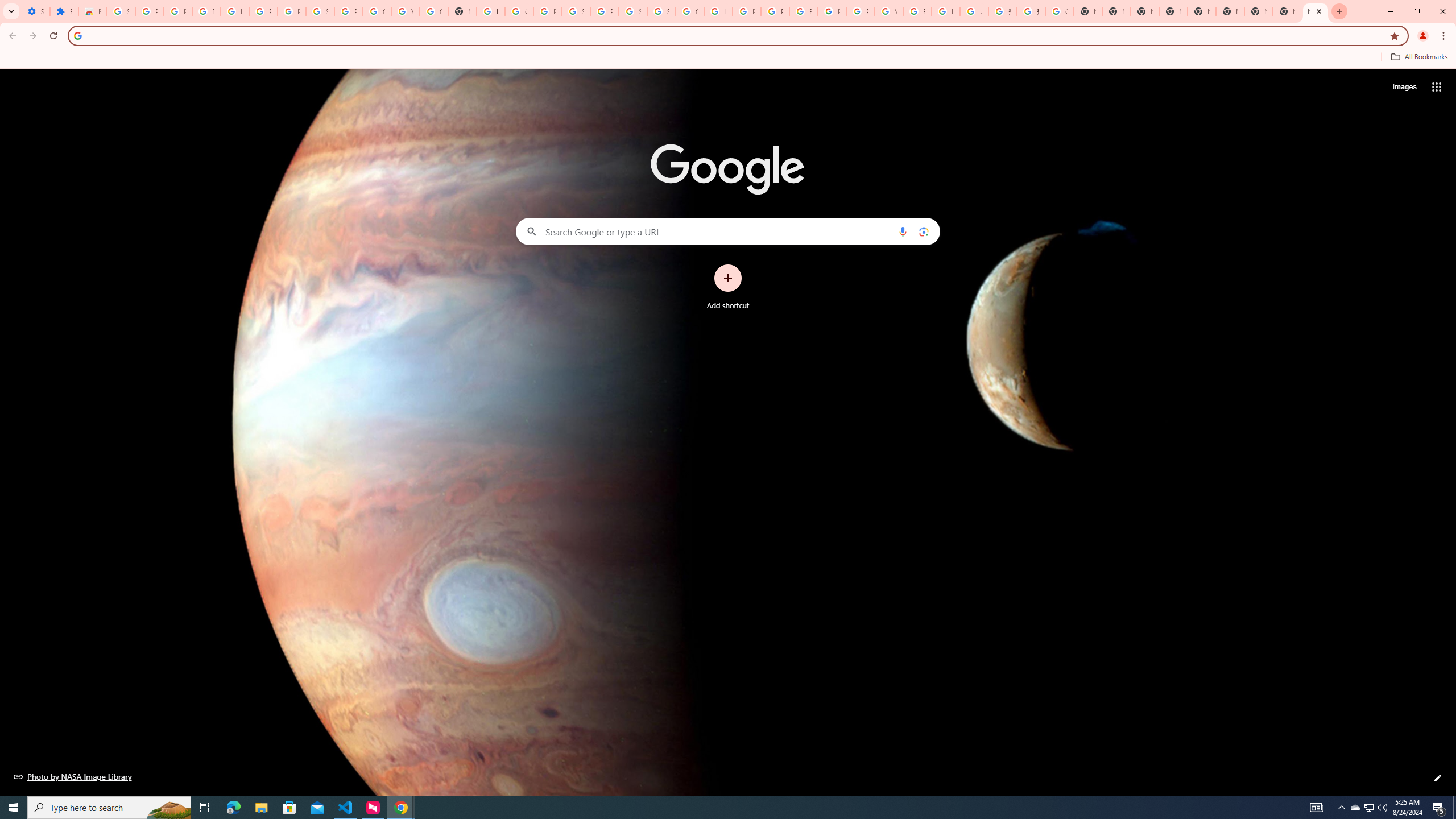 The height and width of the screenshot is (819, 1456). What do you see at coordinates (1444, 35) in the screenshot?
I see `'Chrome'` at bounding box center [1444, 35].